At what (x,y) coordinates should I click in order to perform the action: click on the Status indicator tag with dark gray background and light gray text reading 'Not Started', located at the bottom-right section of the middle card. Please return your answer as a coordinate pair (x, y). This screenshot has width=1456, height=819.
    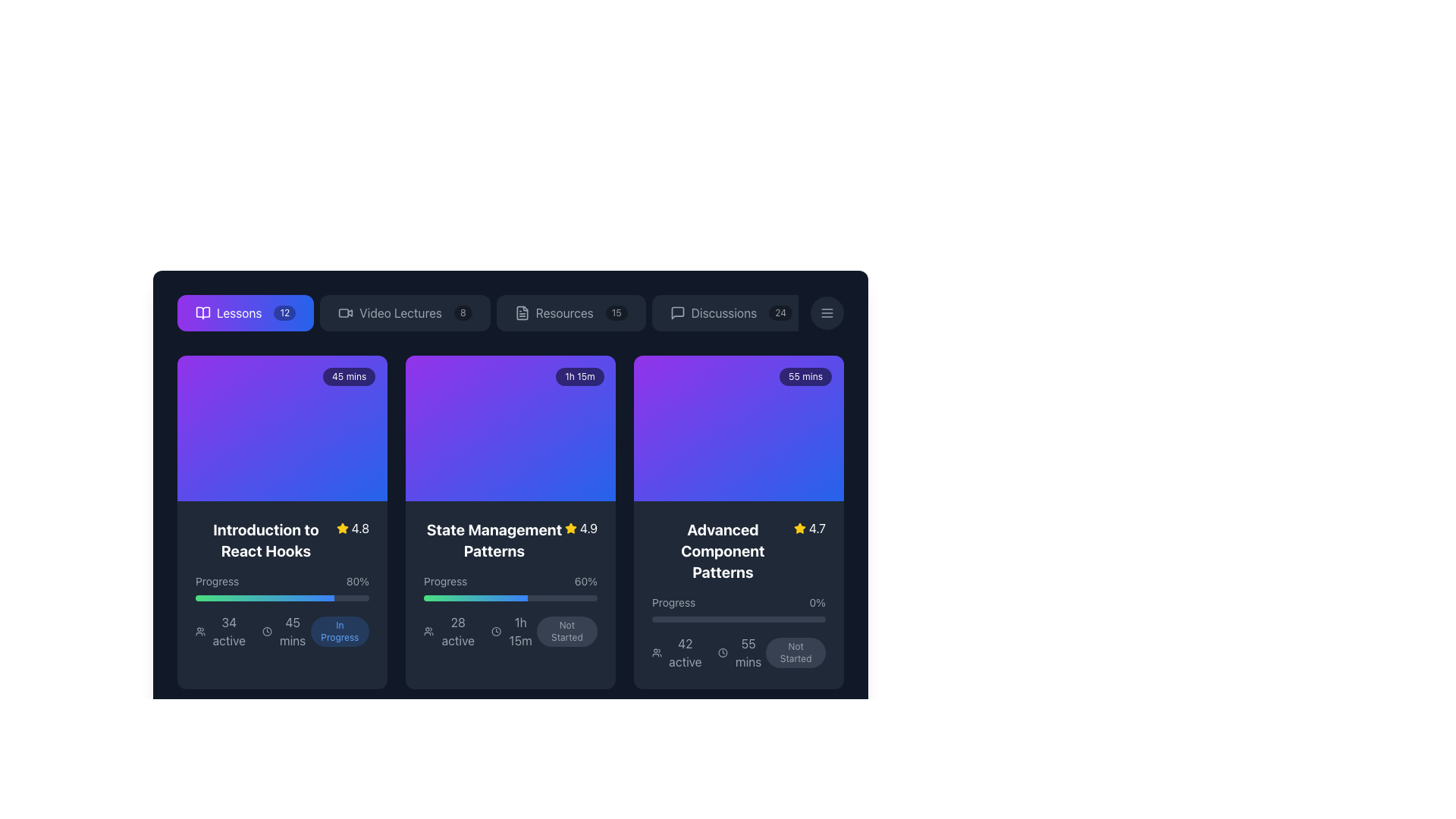
    Looking at the image, I should click on (566, 632).